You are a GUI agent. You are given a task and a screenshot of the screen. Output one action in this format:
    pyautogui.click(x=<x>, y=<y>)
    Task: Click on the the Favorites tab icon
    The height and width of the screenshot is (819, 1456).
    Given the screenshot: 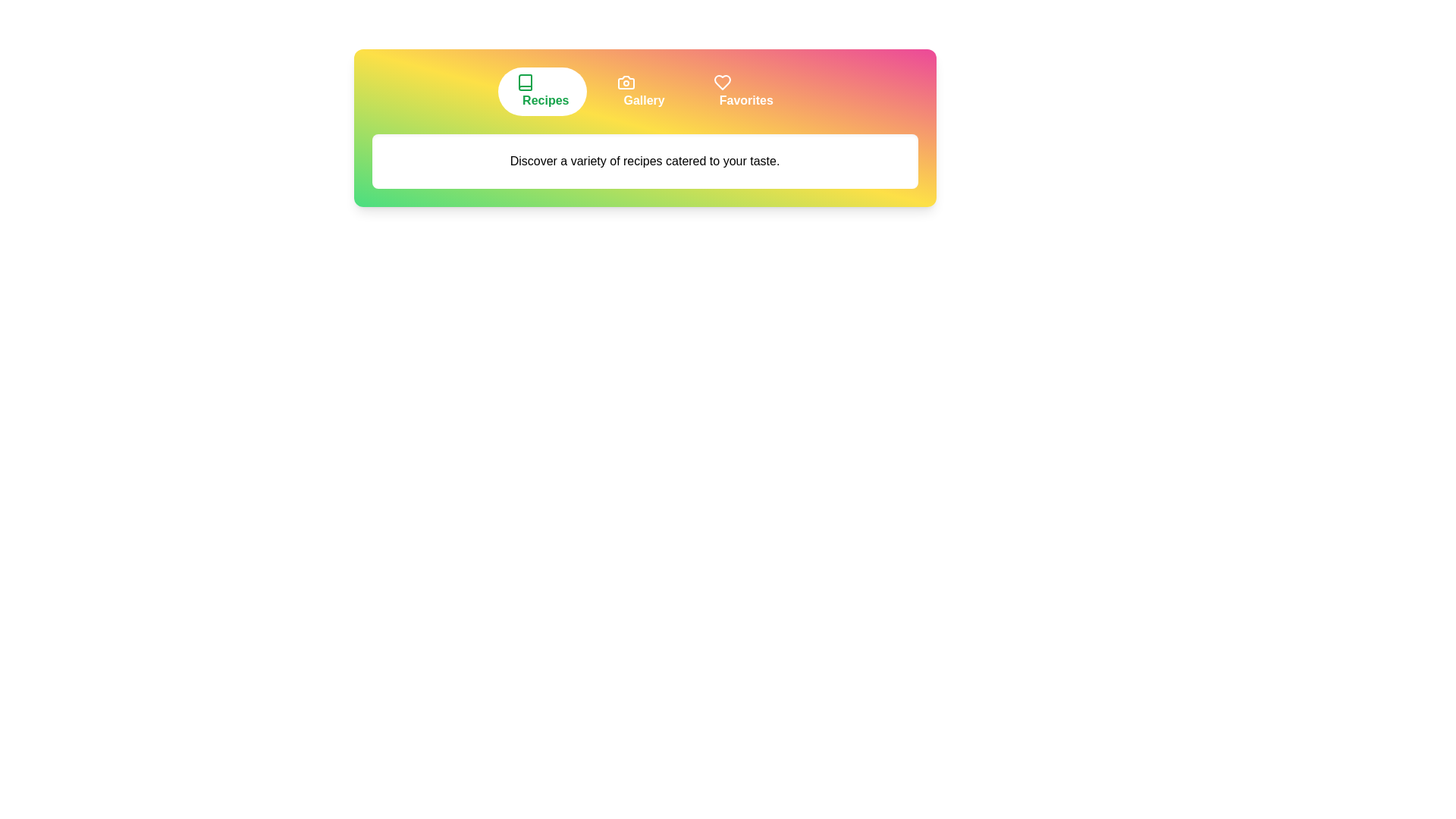 What is the action you would take?
    pyautogui.click(x=743, y=91)
    